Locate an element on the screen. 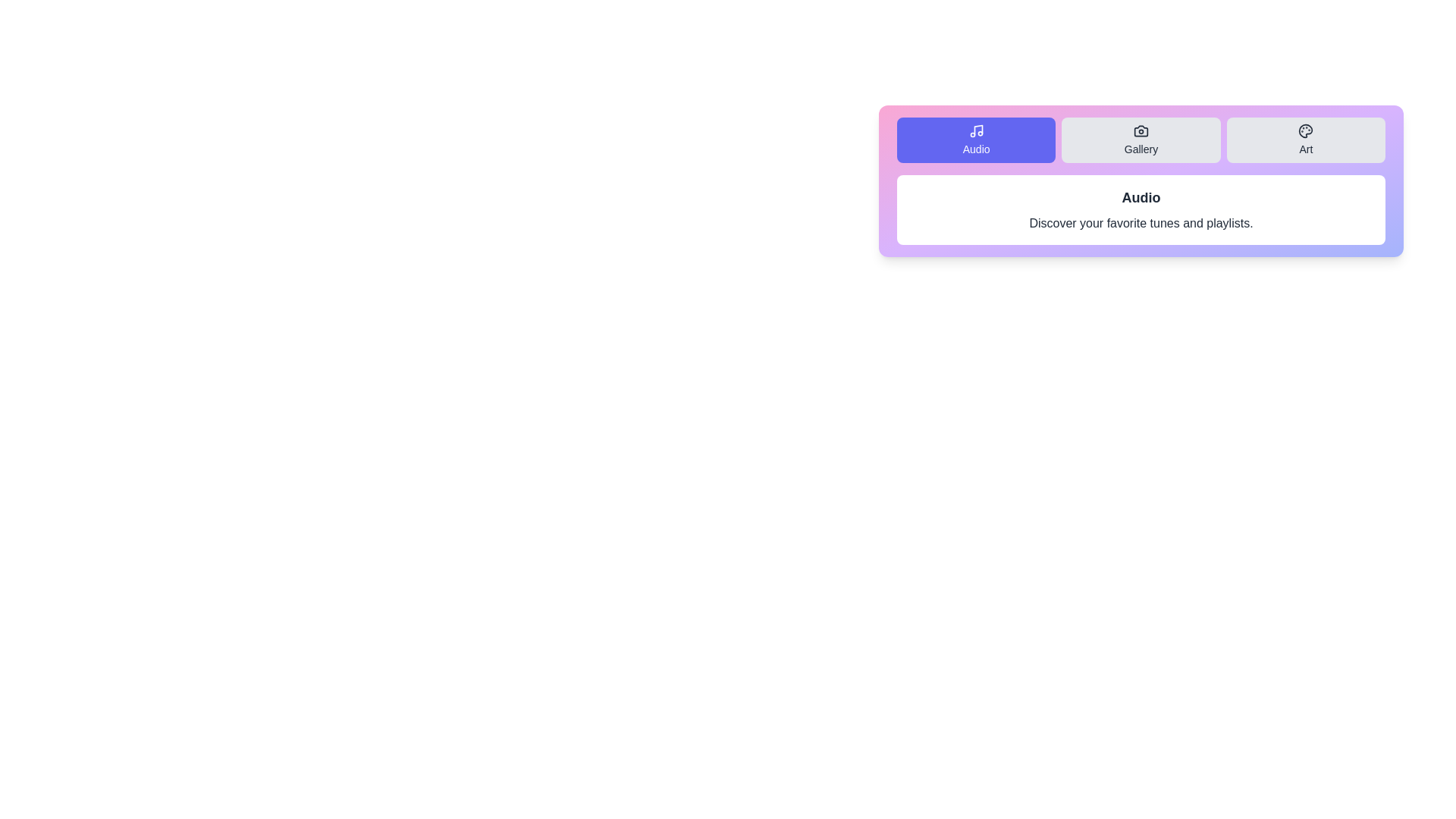 This screenshot has width=1456, height=819. the content area of the active tab and extract the displayed text is located at coordinates (1141, 210).